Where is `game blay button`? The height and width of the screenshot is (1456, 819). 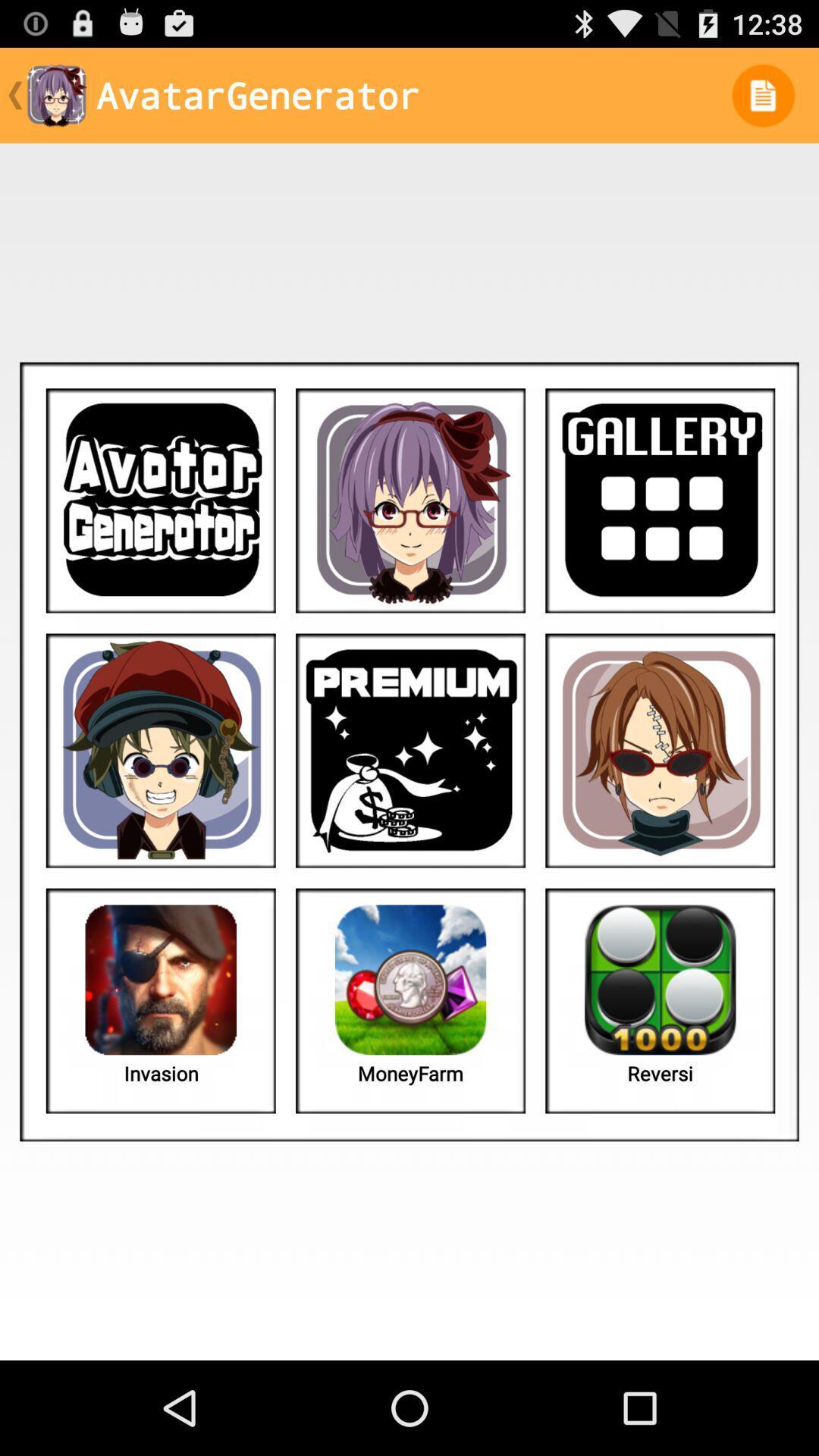 game blay button is located at coordinates (161, 500).